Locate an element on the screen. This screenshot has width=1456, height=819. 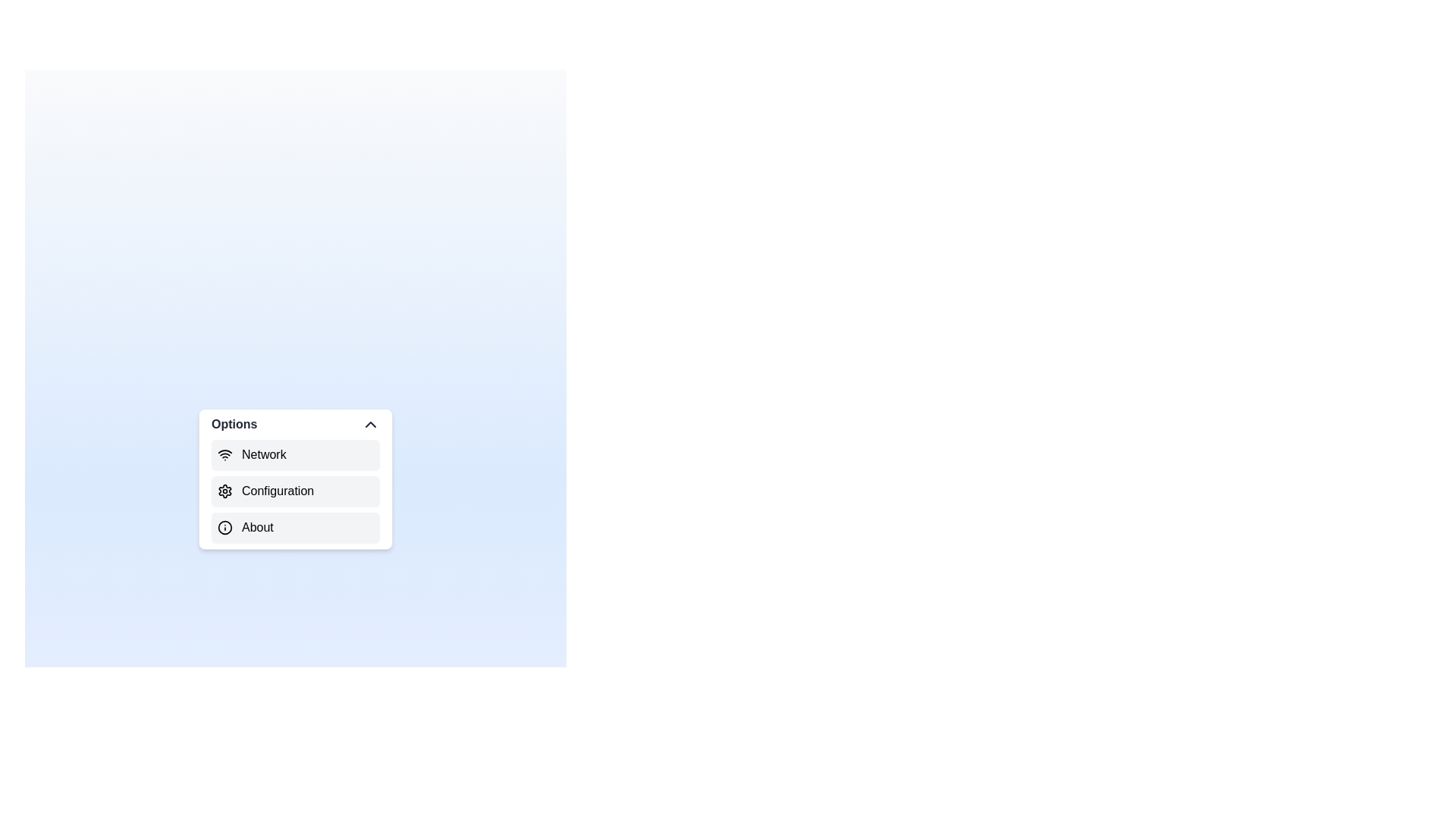
the menu item labeled Network to explore its options is located at coordinates (295, 454).